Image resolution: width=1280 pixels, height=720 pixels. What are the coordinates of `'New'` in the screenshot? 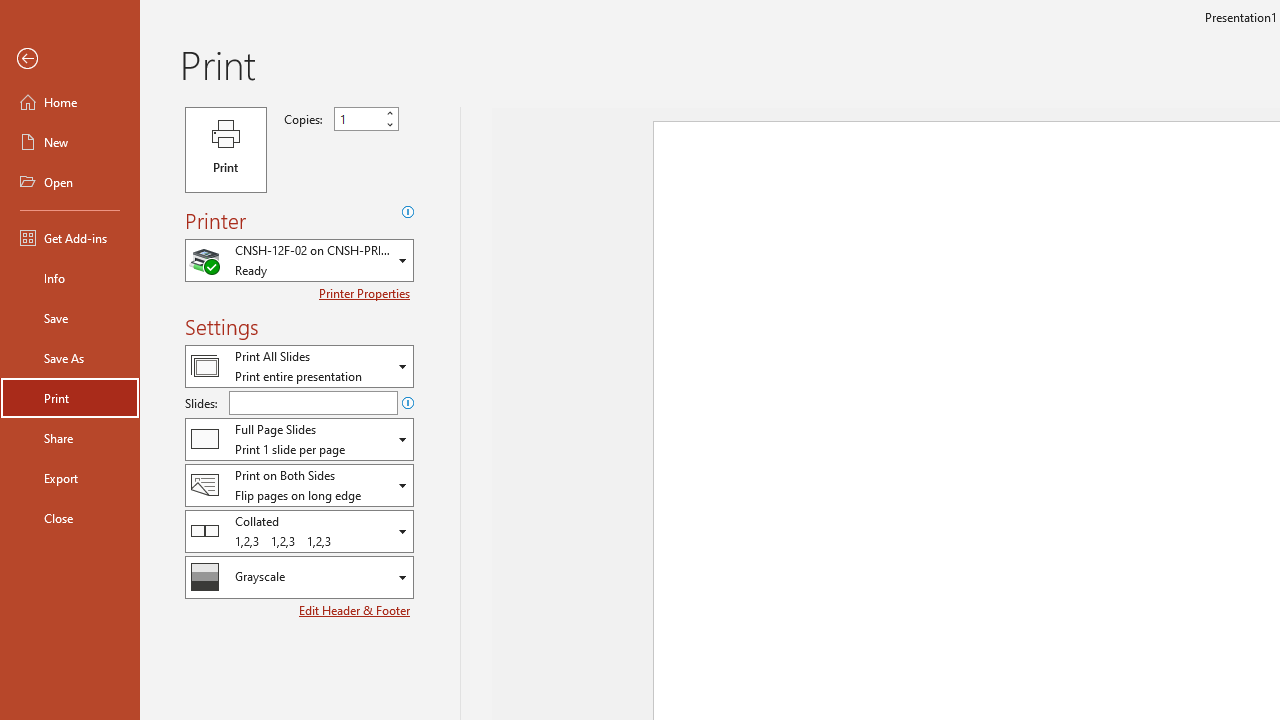 It's located at (69, 140).